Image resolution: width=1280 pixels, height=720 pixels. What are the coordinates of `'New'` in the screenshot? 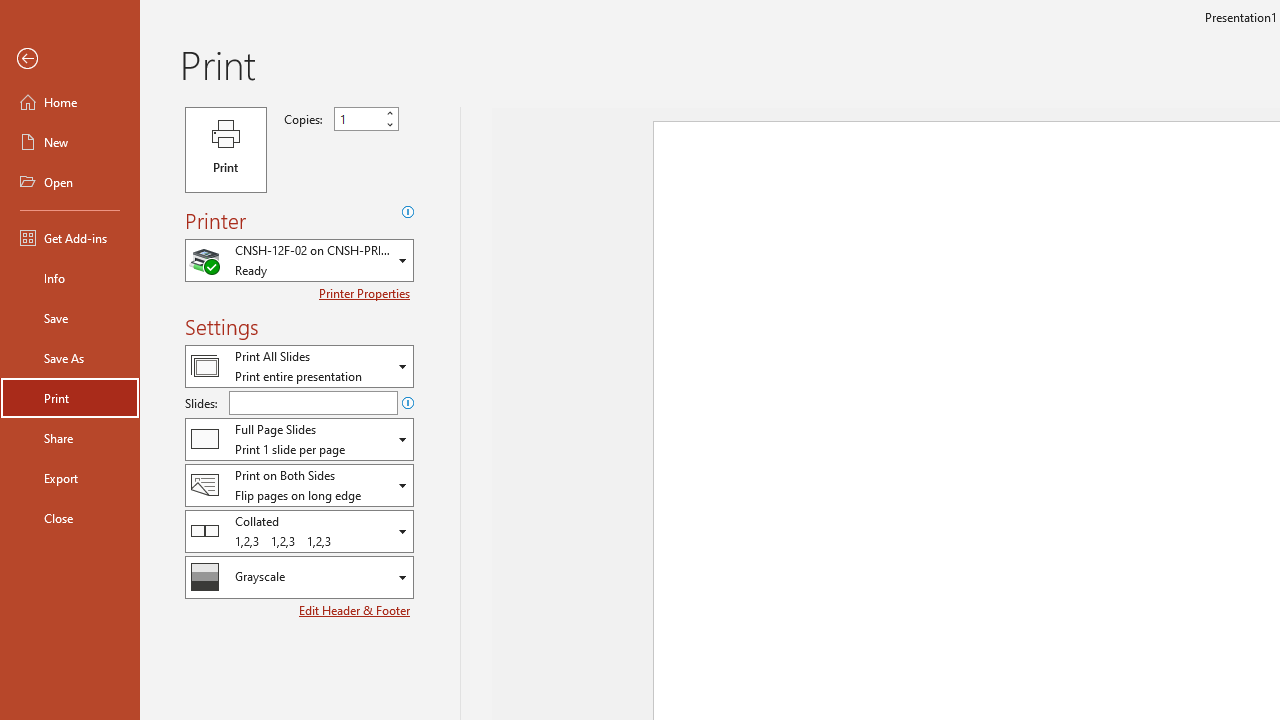 It's located at (69, 140).